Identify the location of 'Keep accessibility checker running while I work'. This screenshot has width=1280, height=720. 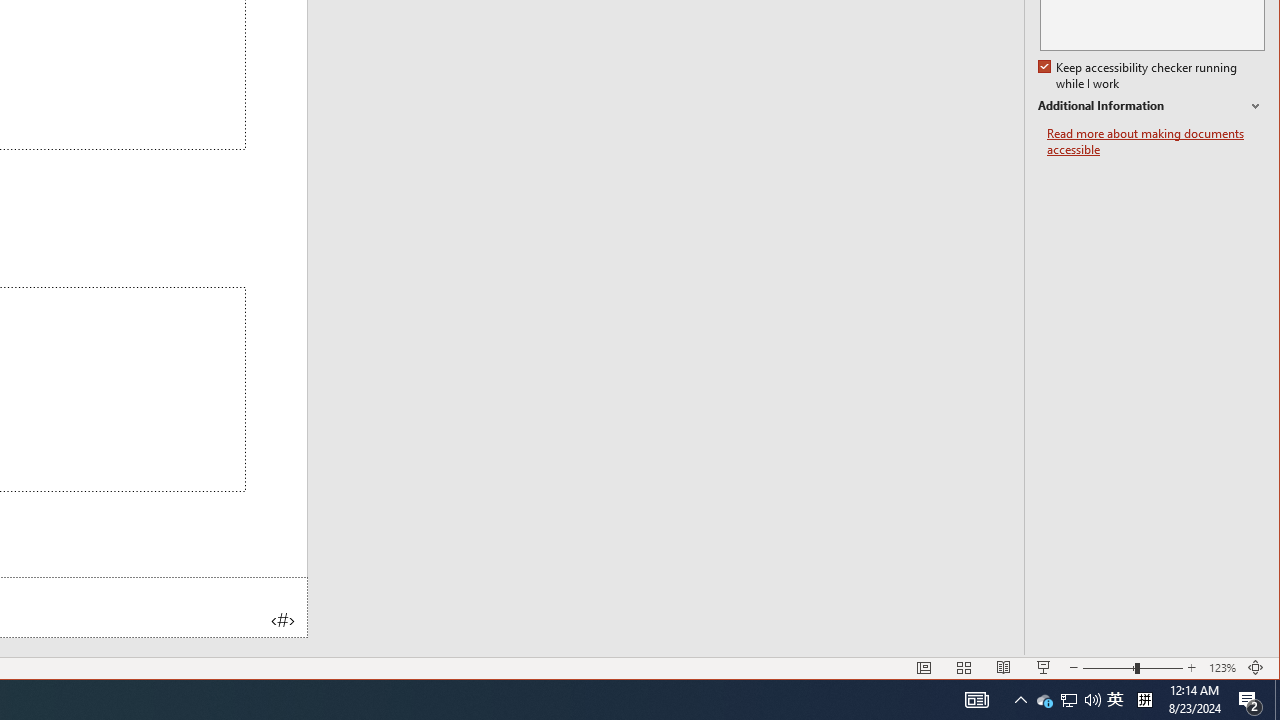
(1139, 75).